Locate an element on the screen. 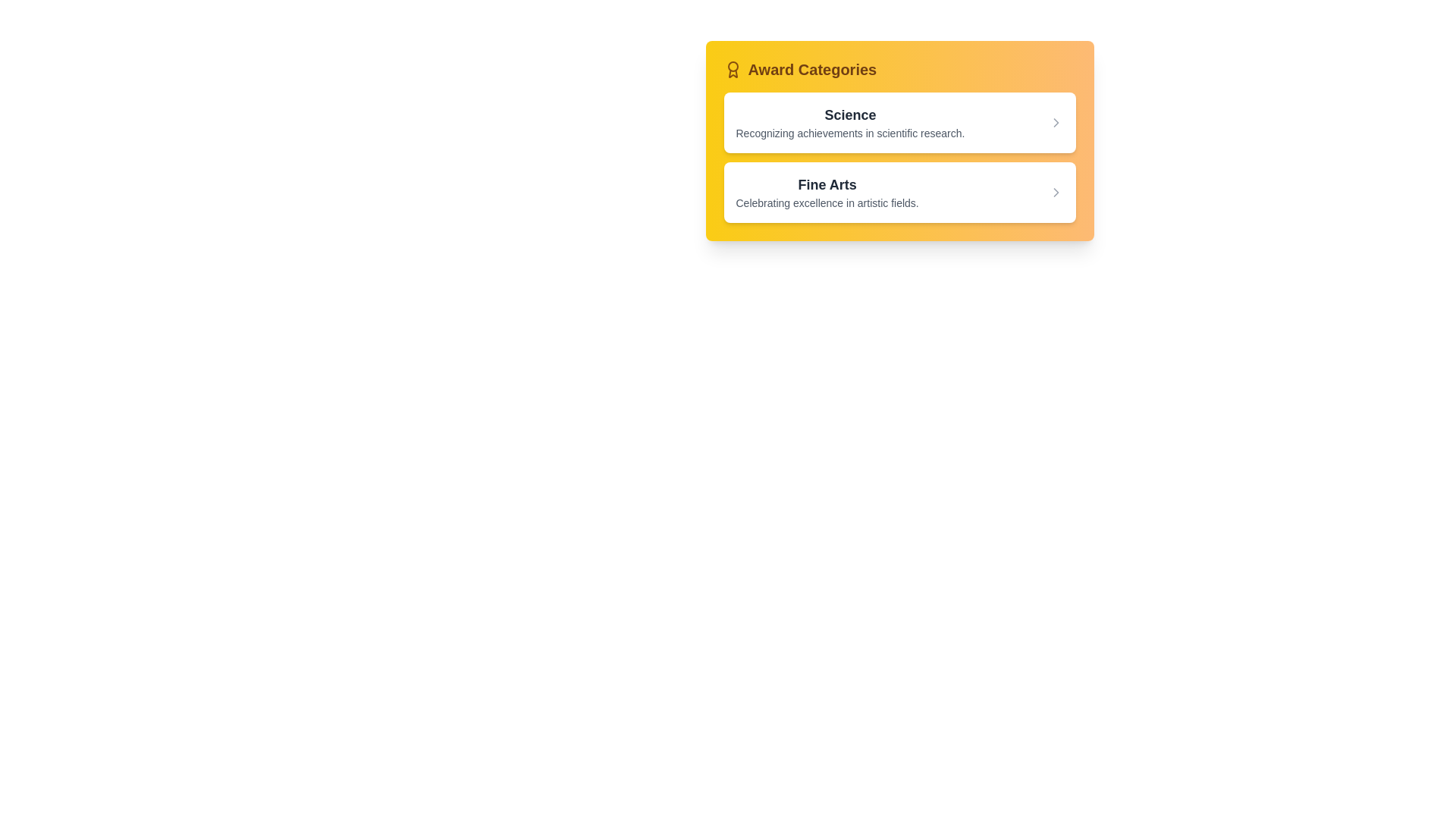 This screenshot has height=819, width=1456. the decorative or functional icon located within the 'Fine Arts' section is located at coordinates (1055, 192).